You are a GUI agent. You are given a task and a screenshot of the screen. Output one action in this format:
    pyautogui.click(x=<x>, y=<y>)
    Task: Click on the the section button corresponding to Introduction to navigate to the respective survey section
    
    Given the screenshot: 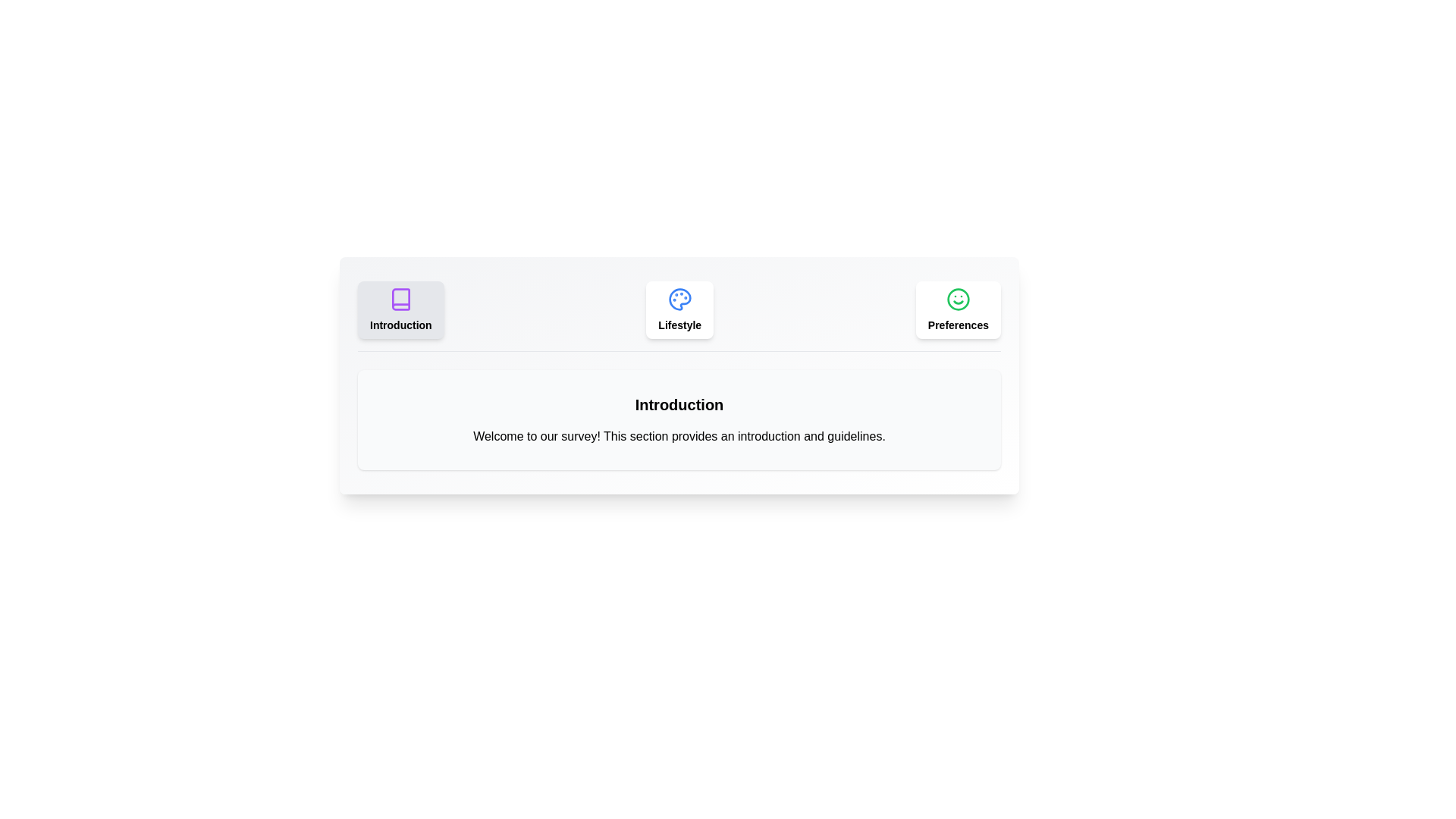 What is the action you would take?
    pyautogui.click(x=400, y=309)
    